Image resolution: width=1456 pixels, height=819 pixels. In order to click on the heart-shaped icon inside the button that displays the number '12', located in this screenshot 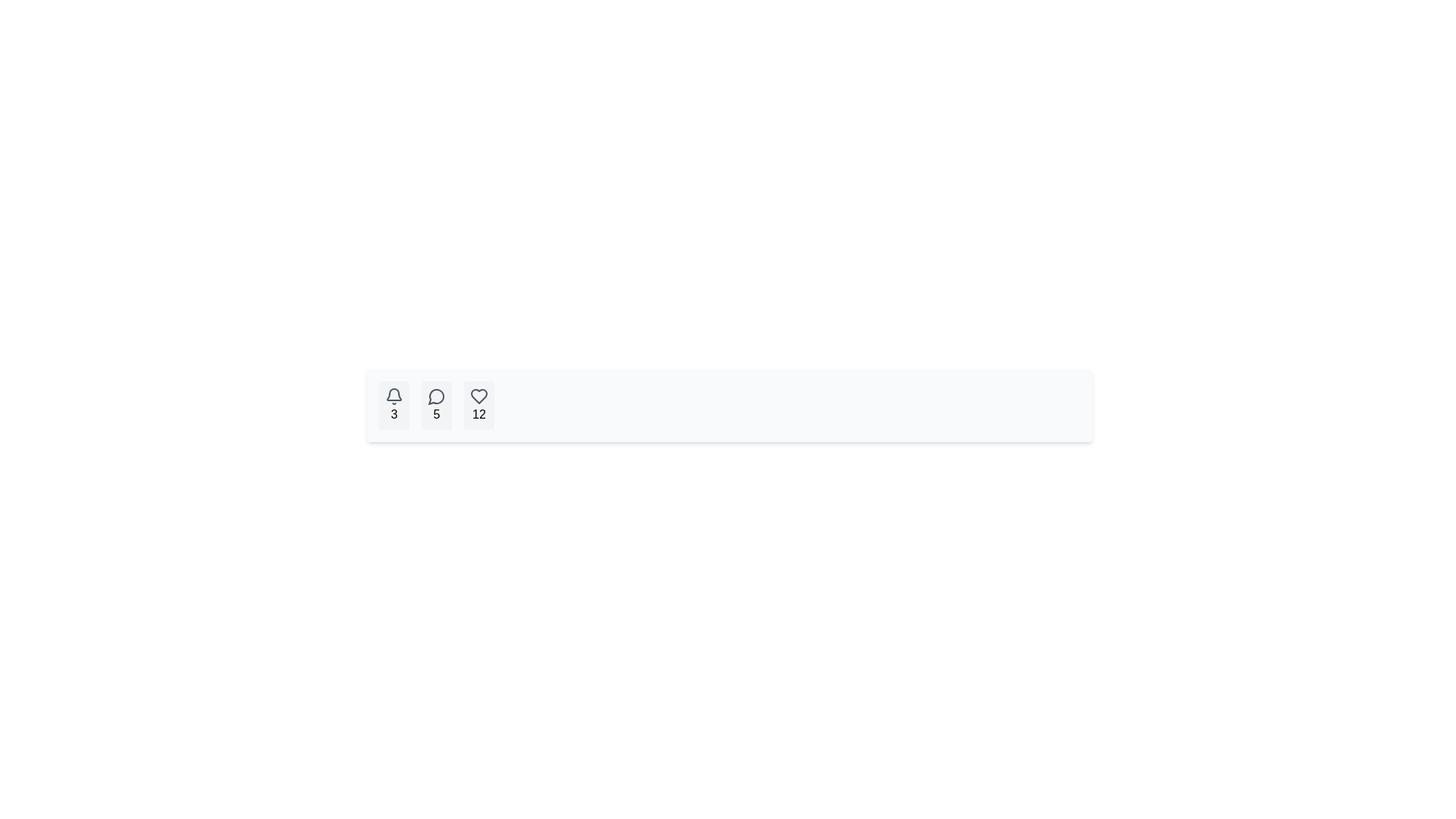, I will do `click(479, 396)`.